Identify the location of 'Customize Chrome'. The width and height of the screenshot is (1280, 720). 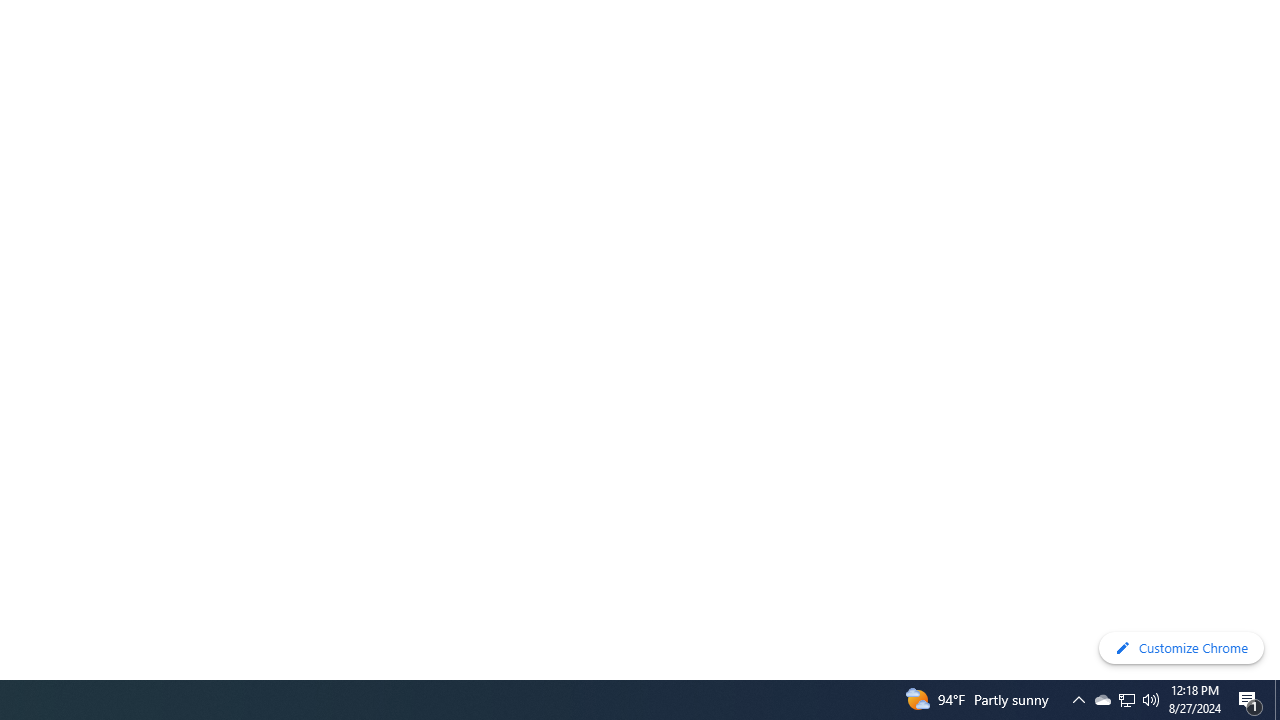
(1181, 648).